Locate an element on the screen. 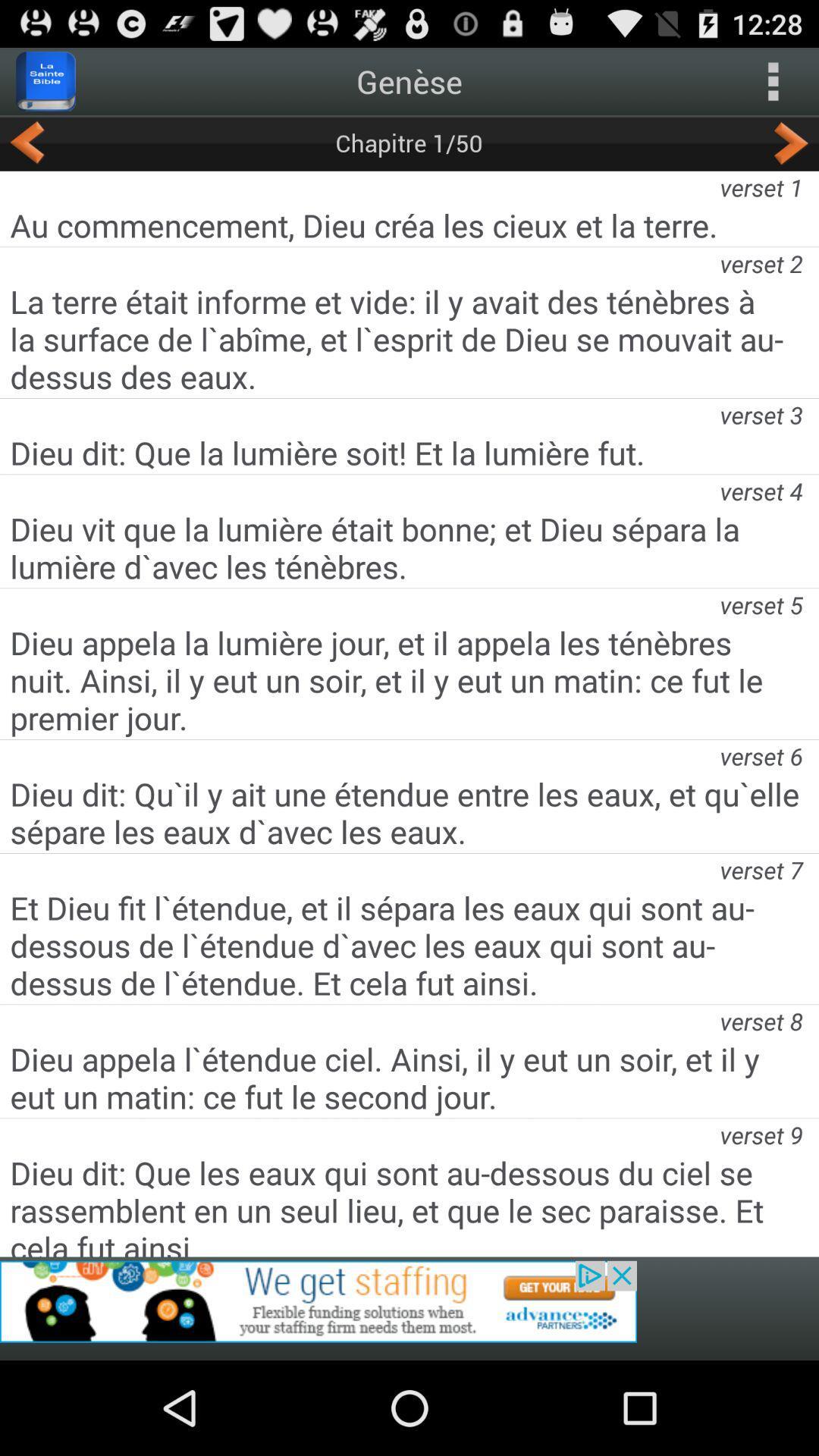  the arrow_backward icon is located at coordinates (27, 153).